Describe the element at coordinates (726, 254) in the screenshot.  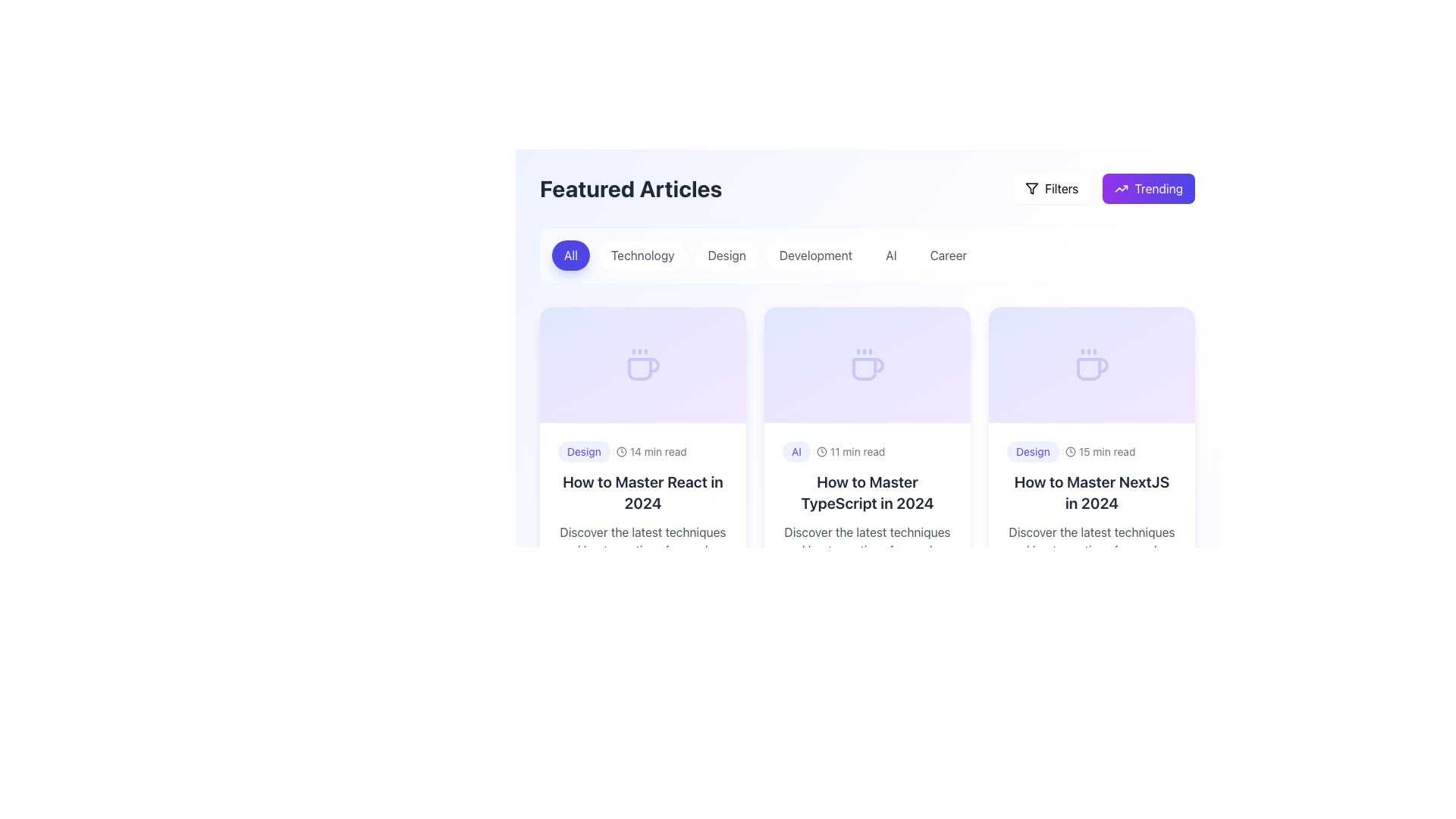
I see `the 'Design' category filter button` at that location.